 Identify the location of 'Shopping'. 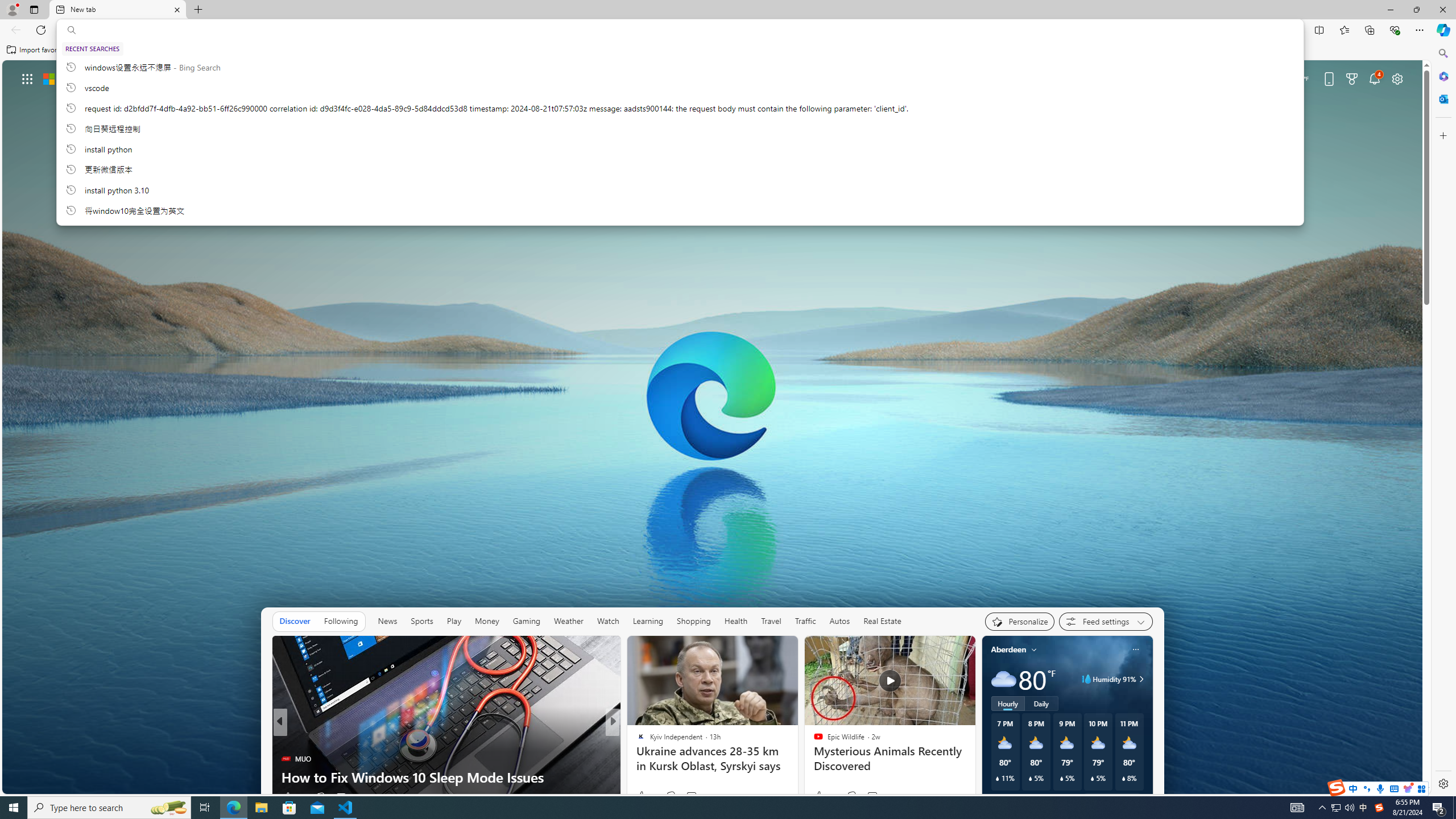
(693, 621).